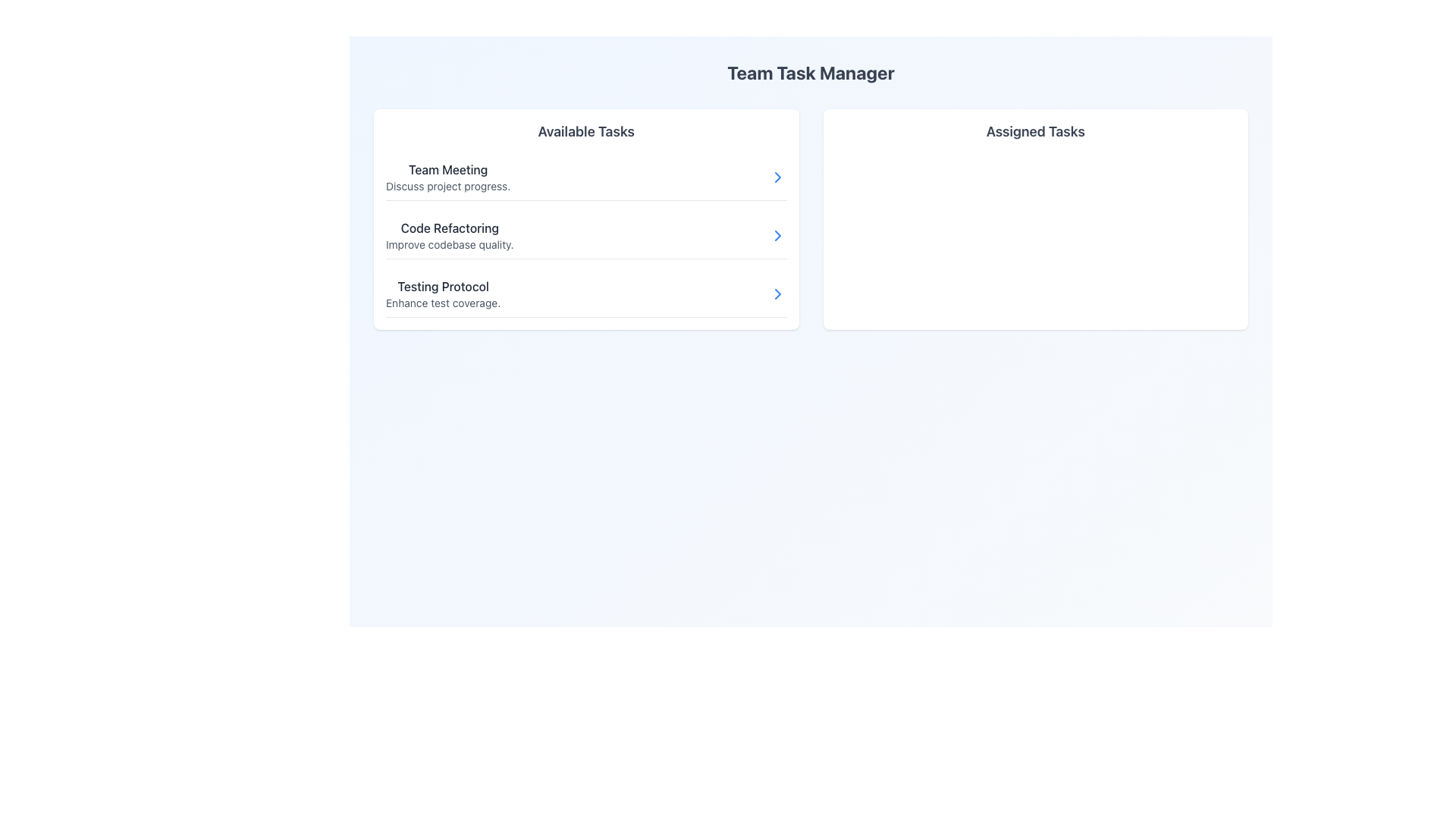 The width and height of the screenshot is (1456, 819). I want to click on the text label displaying 'Discuss project progress.' which is positioned below the 'Team Meeting' title in the 'Available Tasks' panel, so click(447, 186).